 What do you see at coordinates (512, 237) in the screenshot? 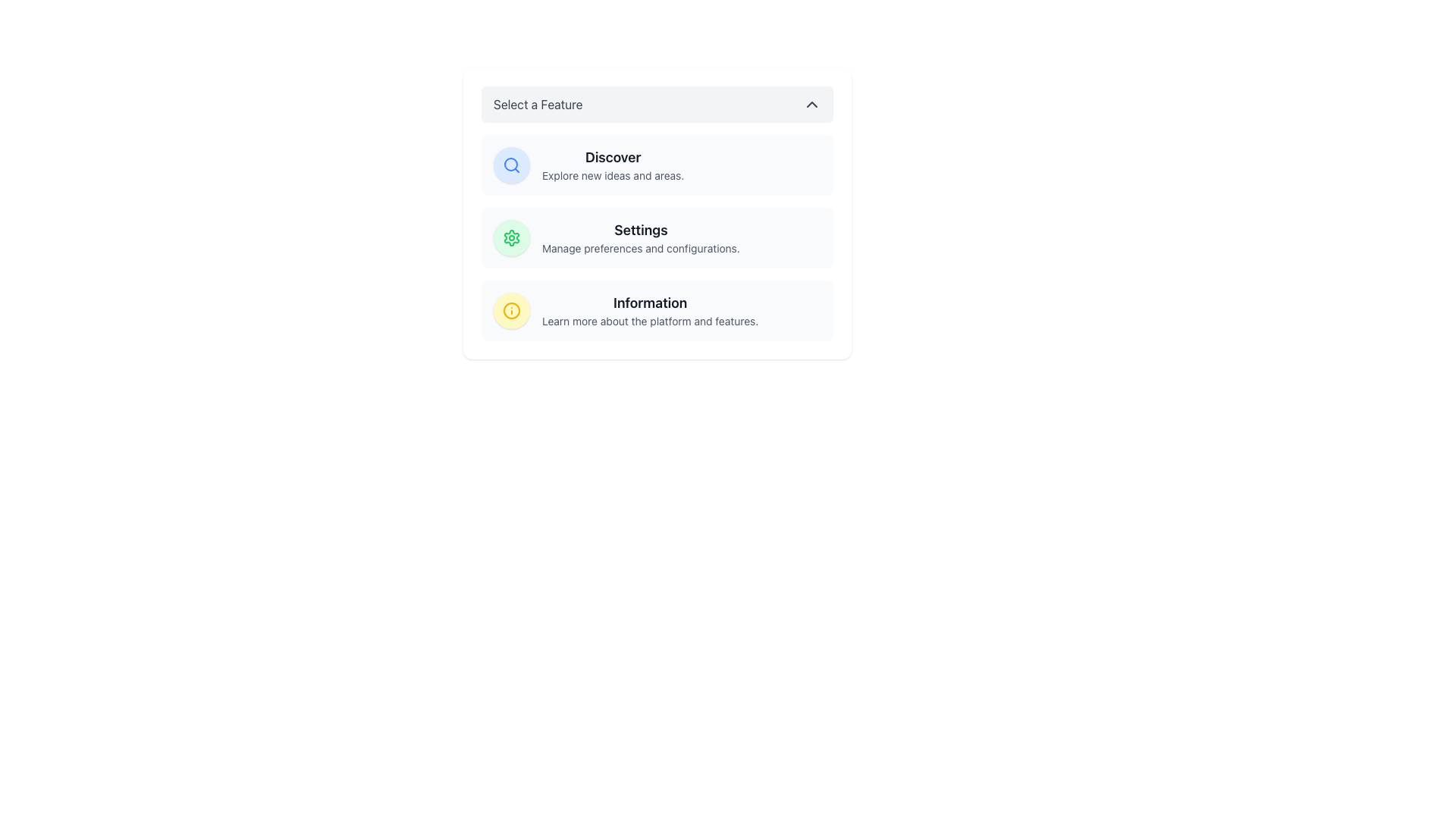
I see `the settings icon, which symbolizes settings or configurations, located on the left side of the 'Settings' option in the feature menu` at bounding box center [512, 237].